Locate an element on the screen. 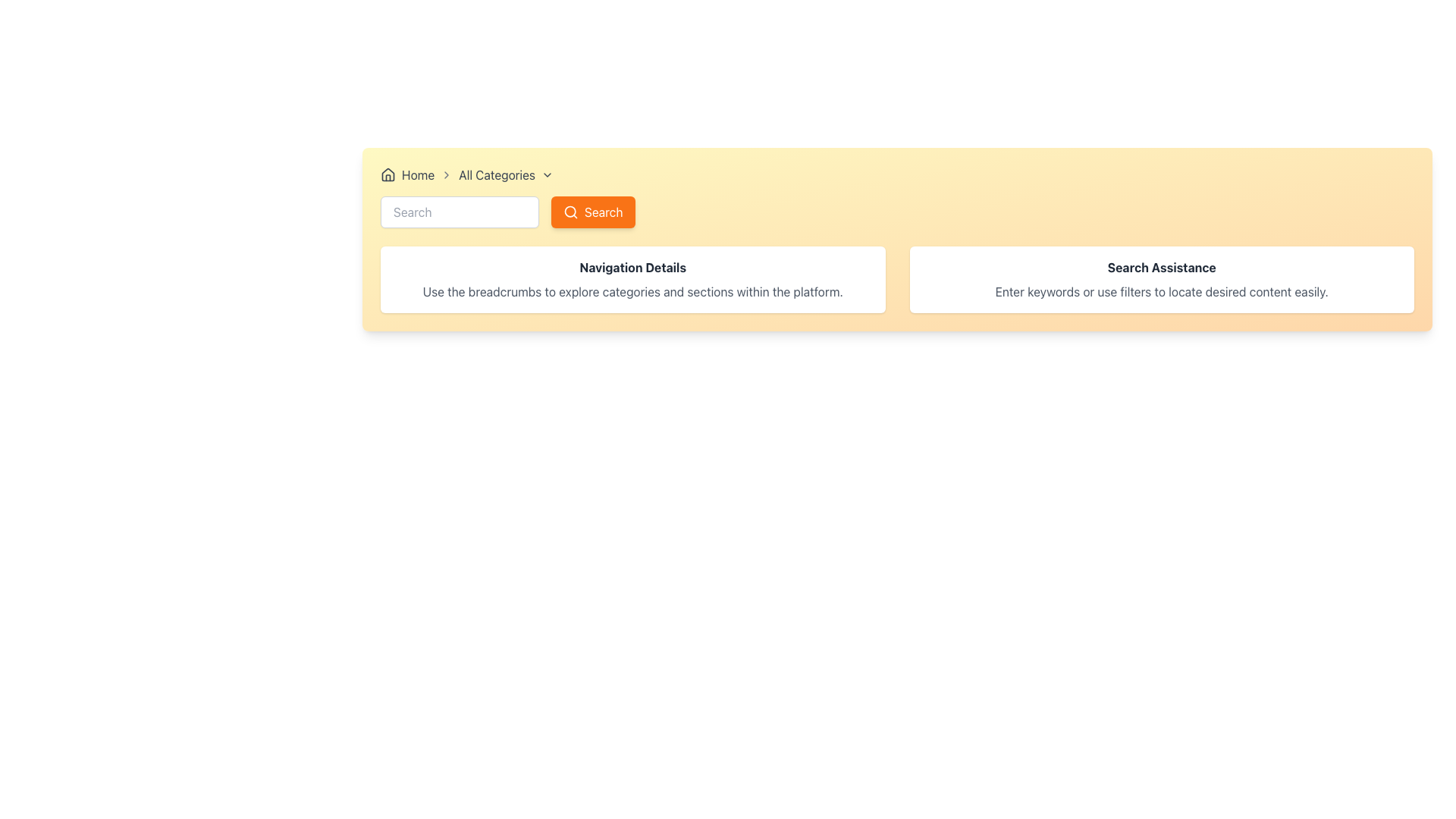  the heading text element located within a white card with rounded corners and shadowing effects, positioned centrally above the description text is located at coordinates (632, 267).